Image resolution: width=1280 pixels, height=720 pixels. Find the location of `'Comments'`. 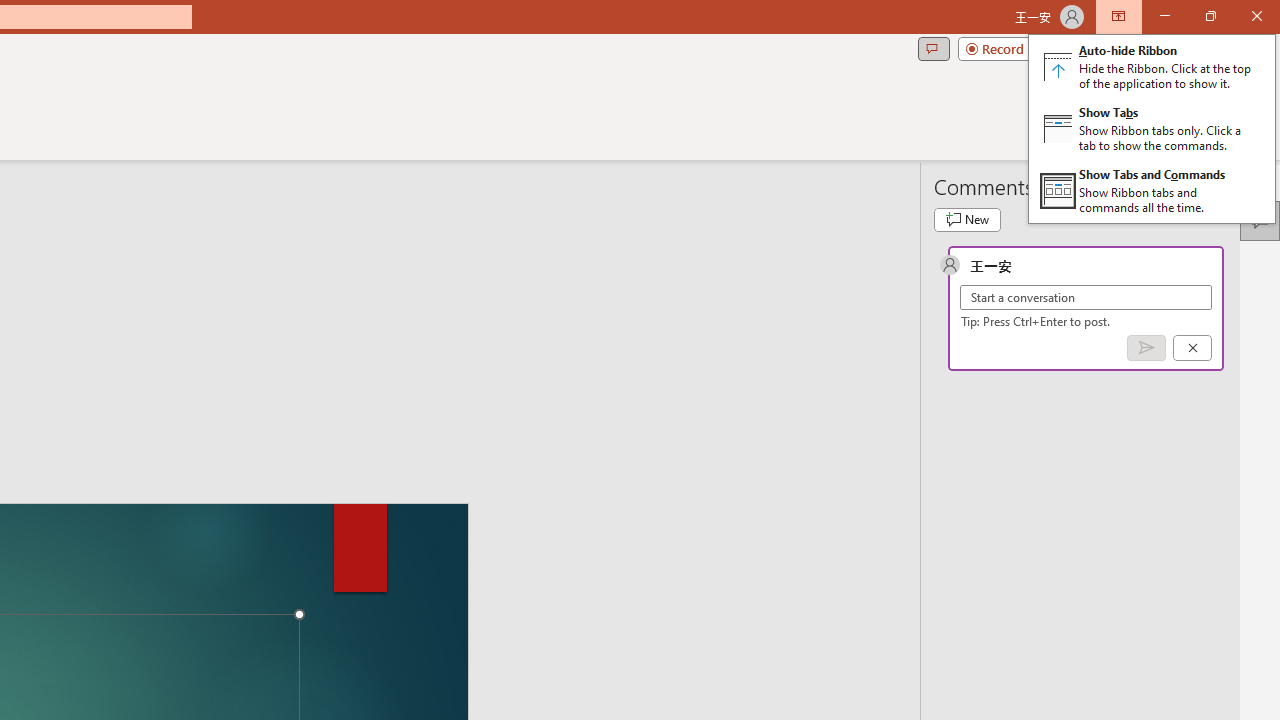

'Comments' is located at coordinates (932, 47).